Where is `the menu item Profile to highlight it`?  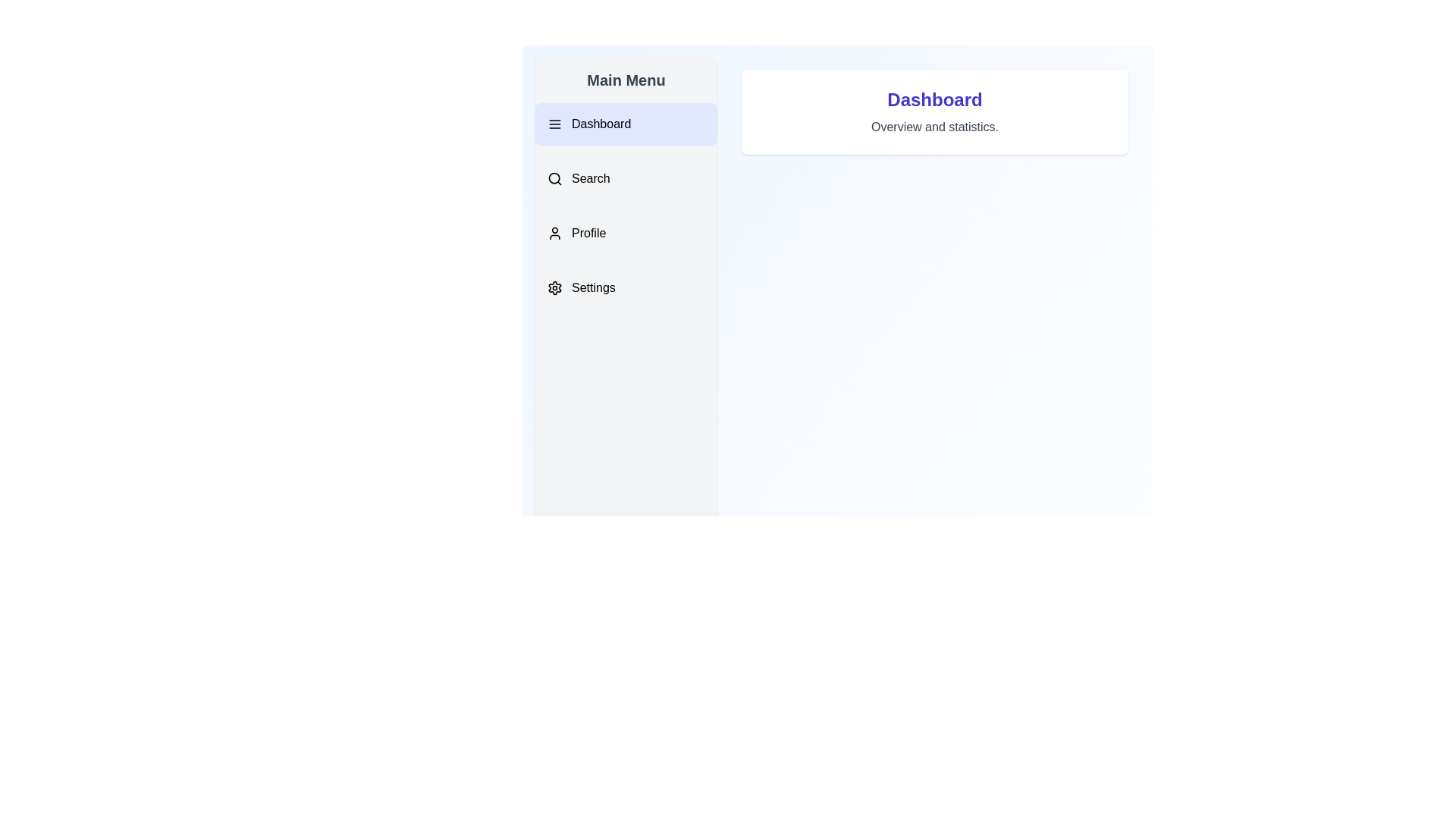 the menu item Profile to highlight it is located at coordinates (626, 234).